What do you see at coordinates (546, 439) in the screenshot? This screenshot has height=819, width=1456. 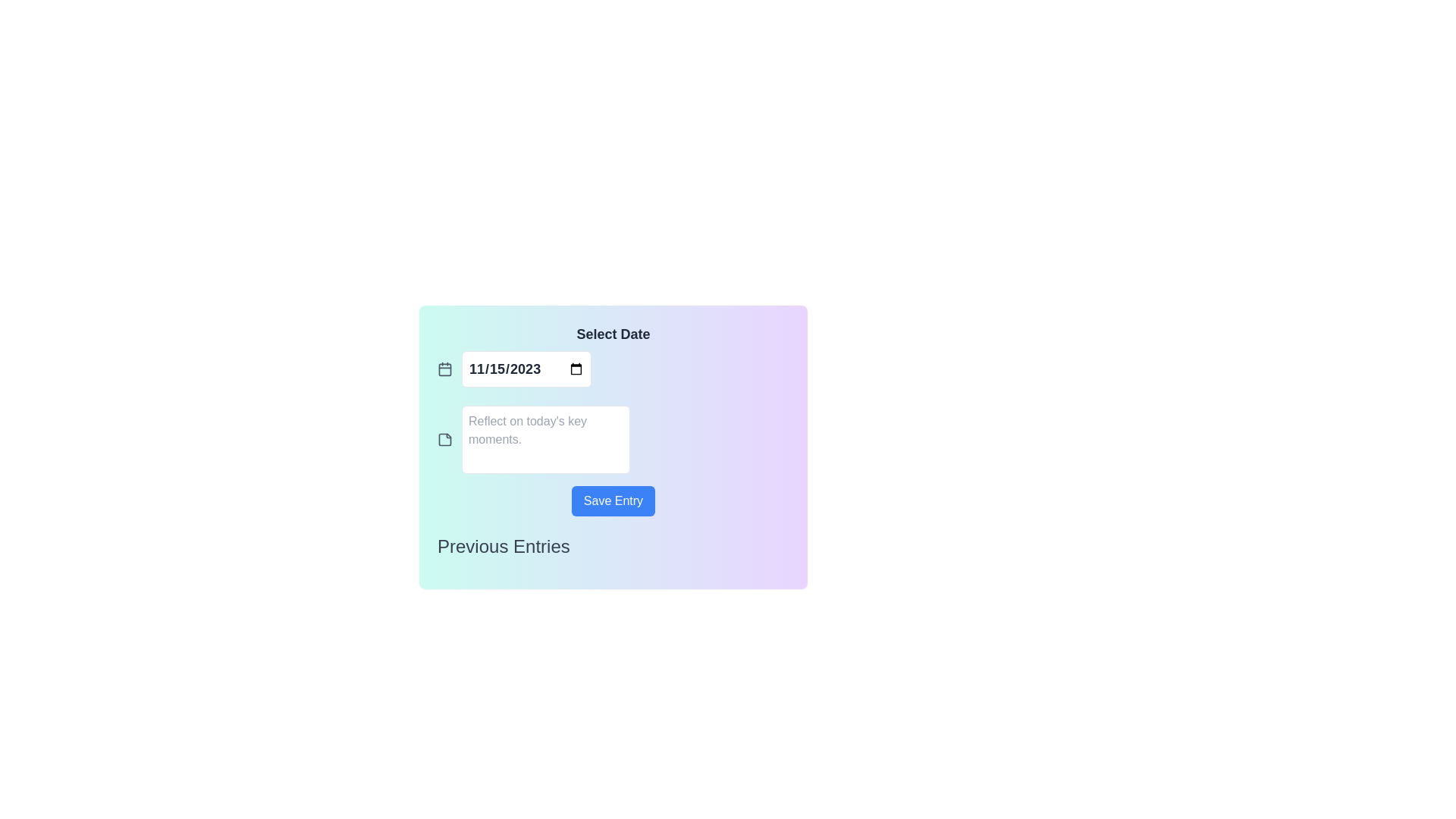 I see `the Textarea element designed for user input and editing of textual information` at bounding box center [546, 439].